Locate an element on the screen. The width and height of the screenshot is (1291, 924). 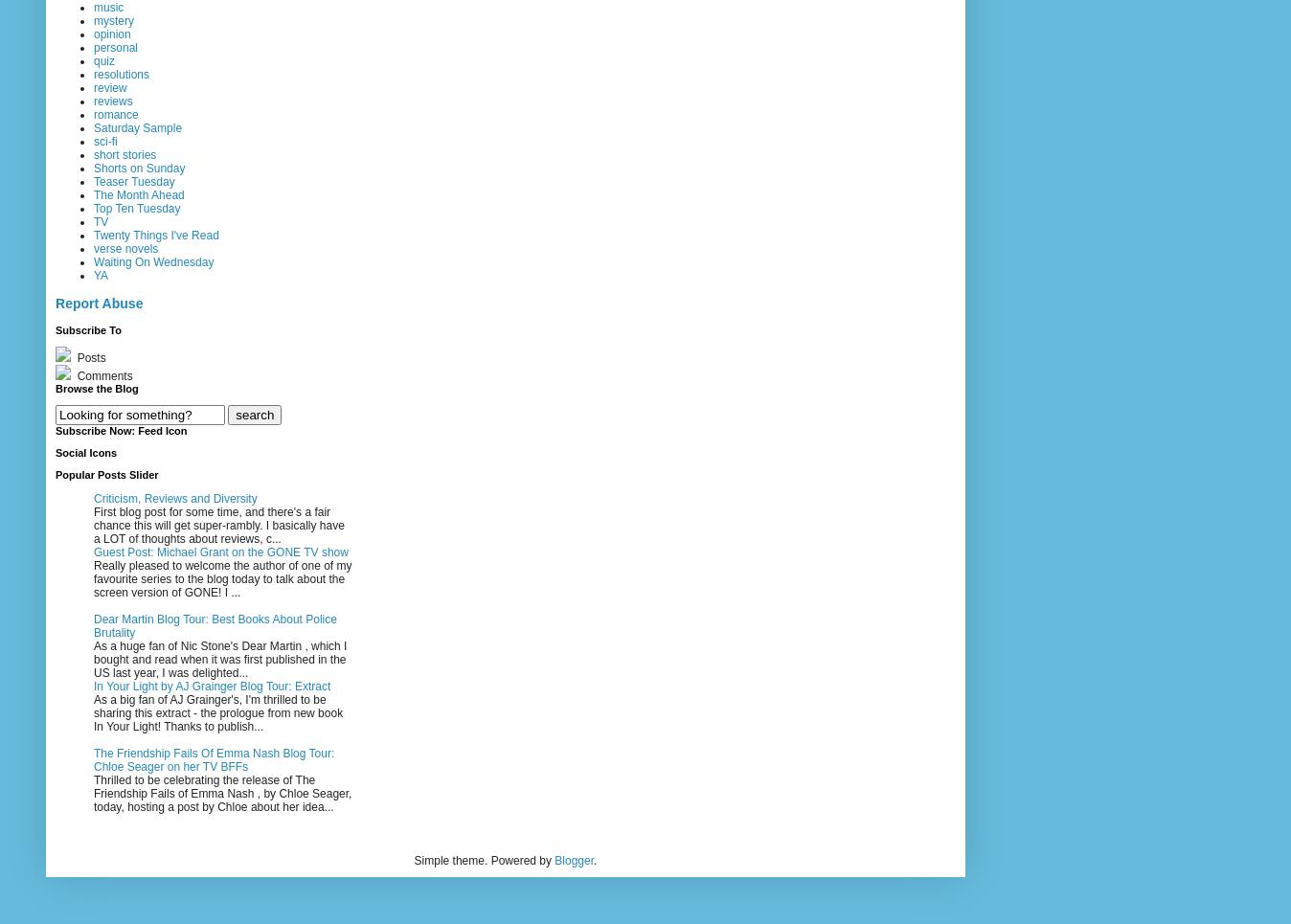
'Comments' is located at coordinates (102, 375).